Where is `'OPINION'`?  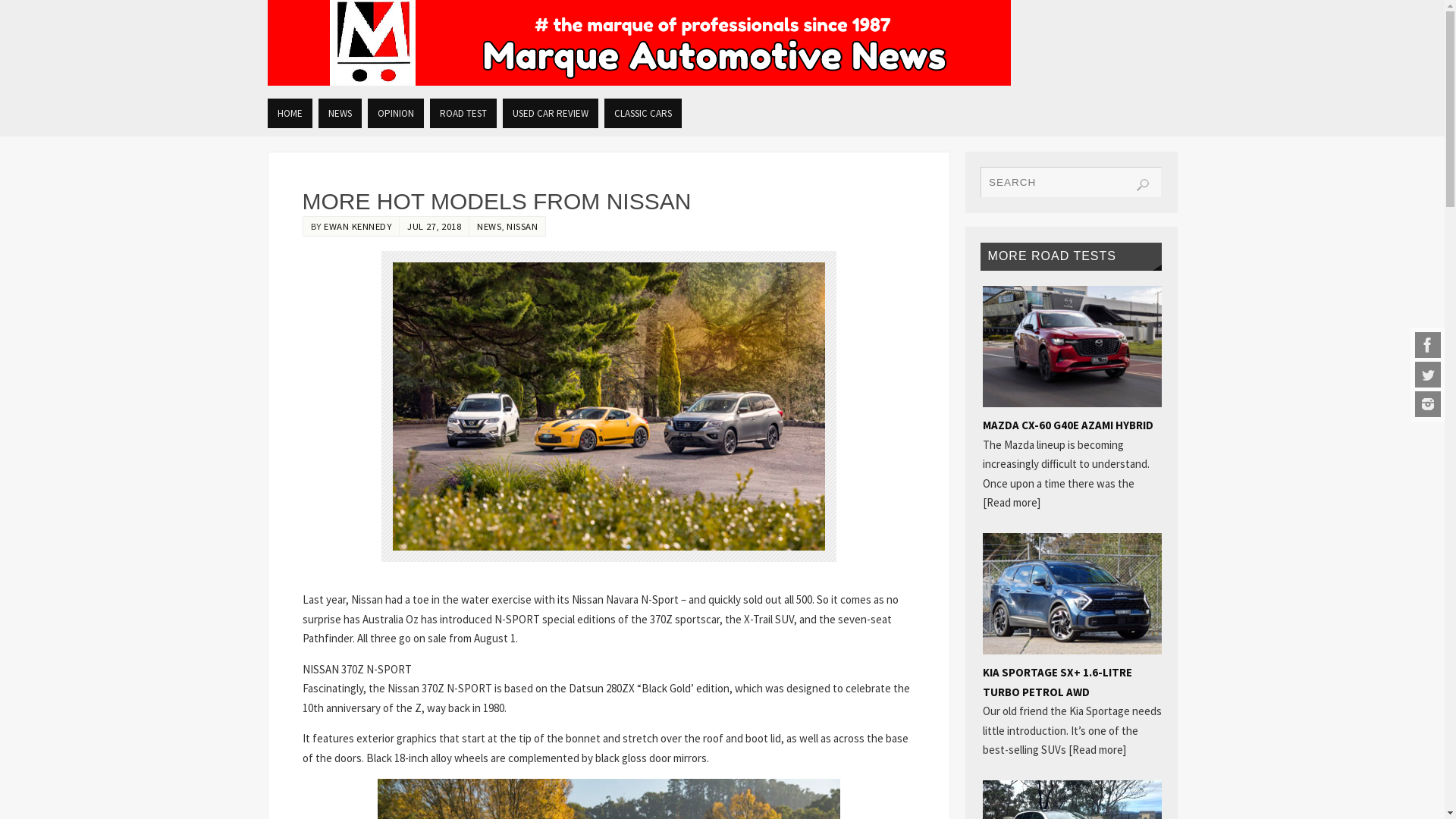 'OPINION' is located at coordinates (395, 112).